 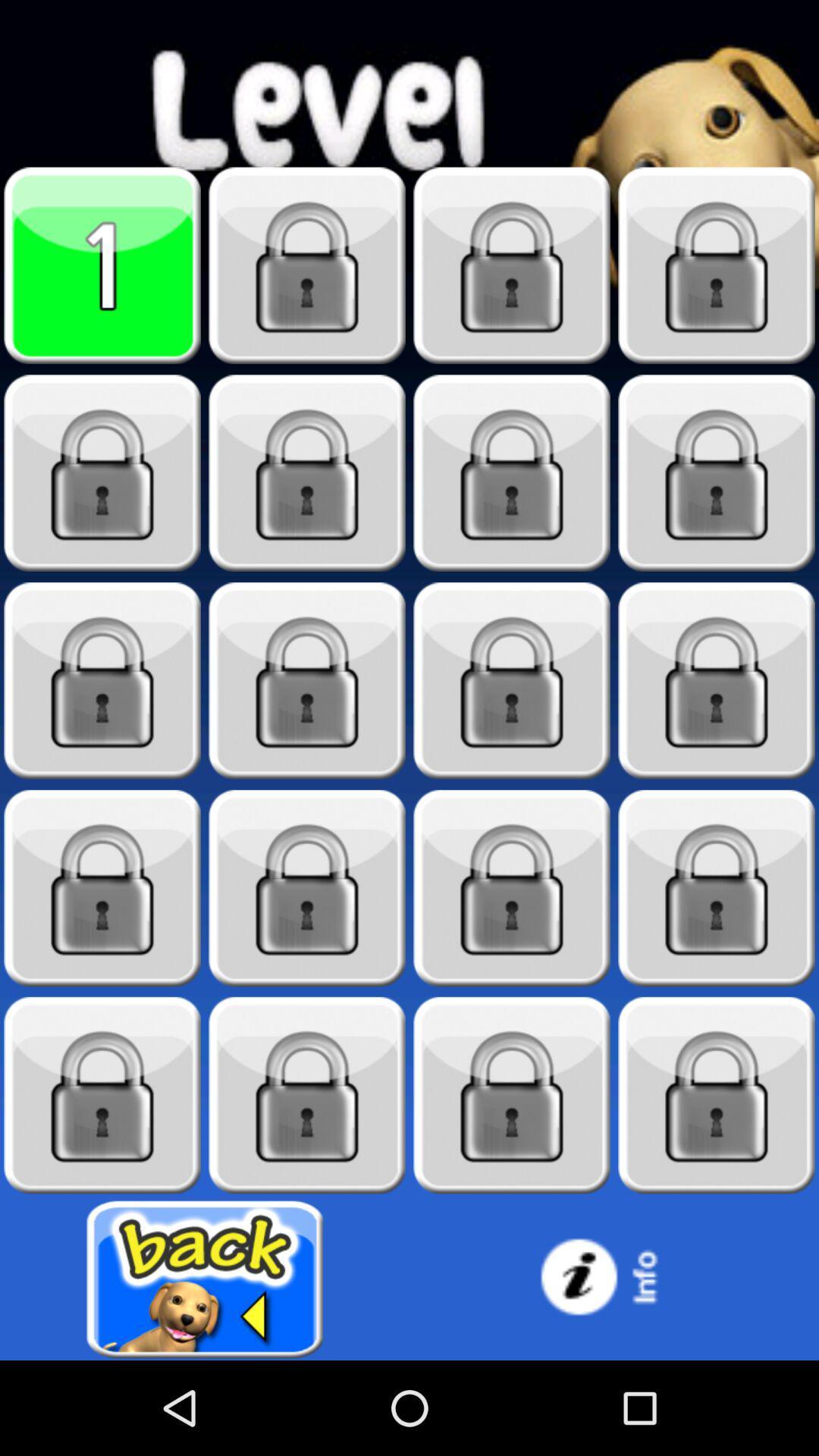 What do you see at coordinates (512, 888) in the screenshot?
I see `hover over locked option` at bounding box center [512, 888].